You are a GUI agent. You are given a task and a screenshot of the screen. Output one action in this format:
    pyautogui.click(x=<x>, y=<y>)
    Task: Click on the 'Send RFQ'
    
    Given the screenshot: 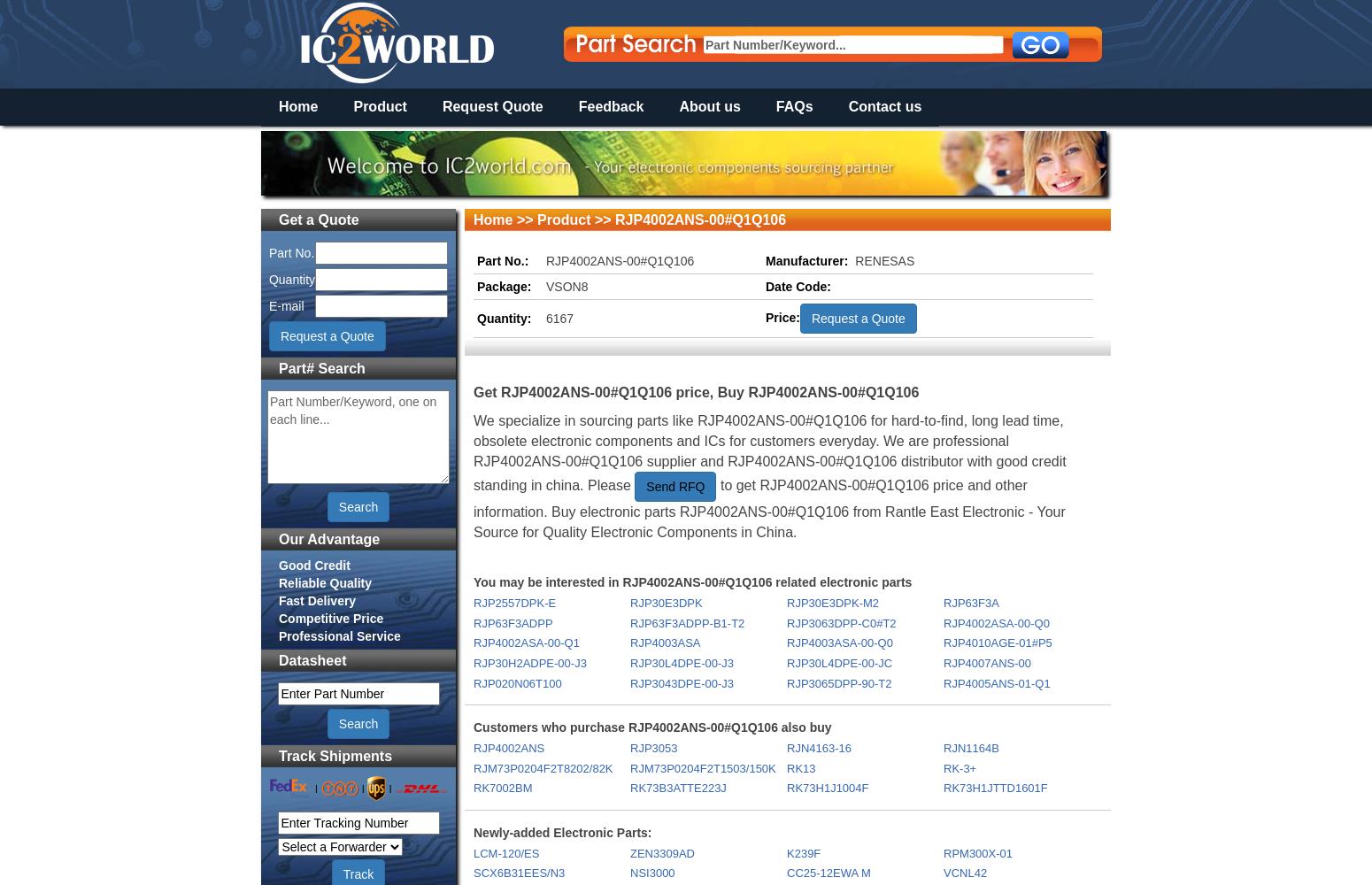 What is the action you would take?
    pyautogui.click(x=675, y=487)
    